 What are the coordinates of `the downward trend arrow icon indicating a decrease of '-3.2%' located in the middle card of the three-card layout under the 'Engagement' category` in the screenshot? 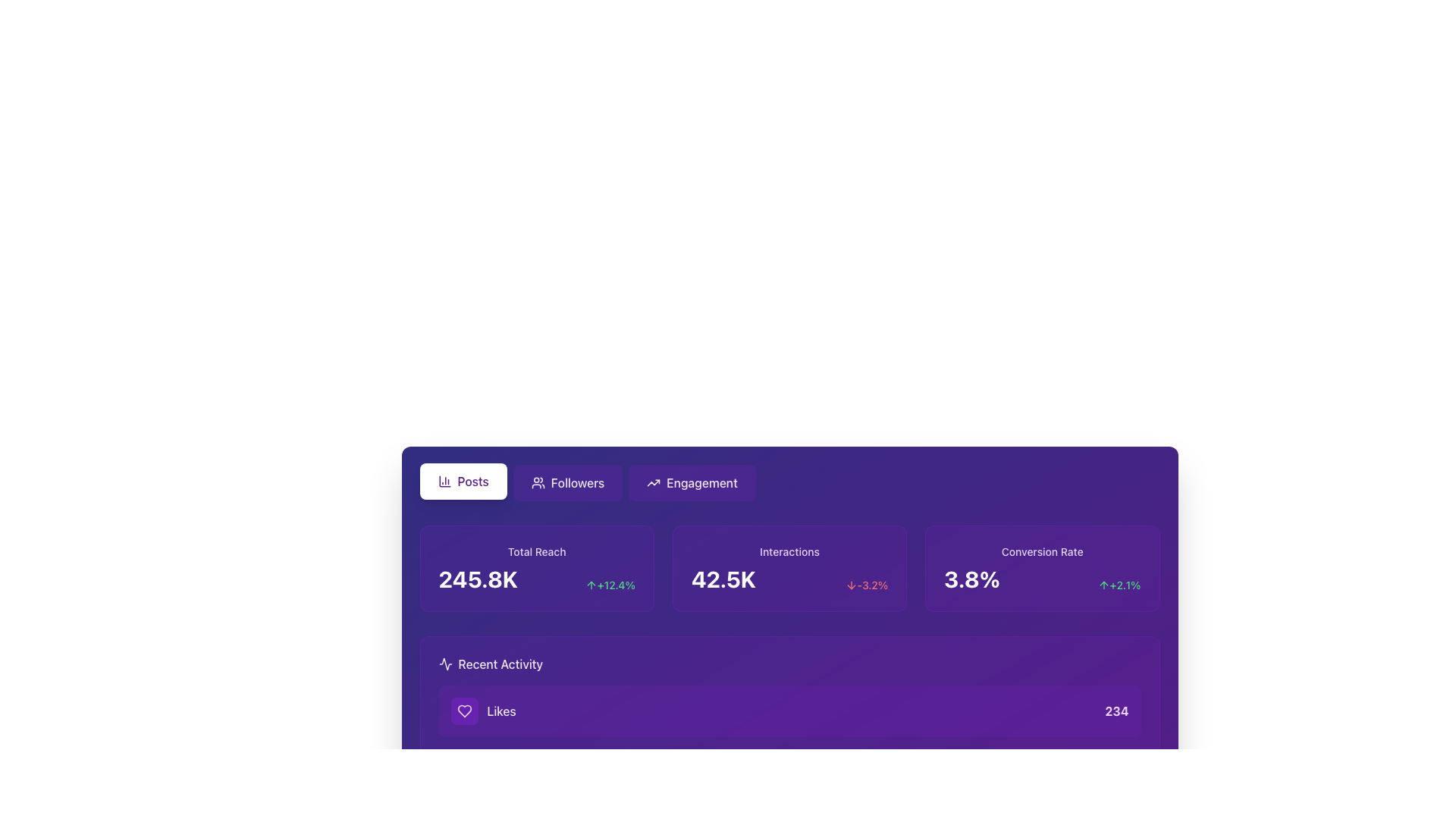 It's located at (851, 584).